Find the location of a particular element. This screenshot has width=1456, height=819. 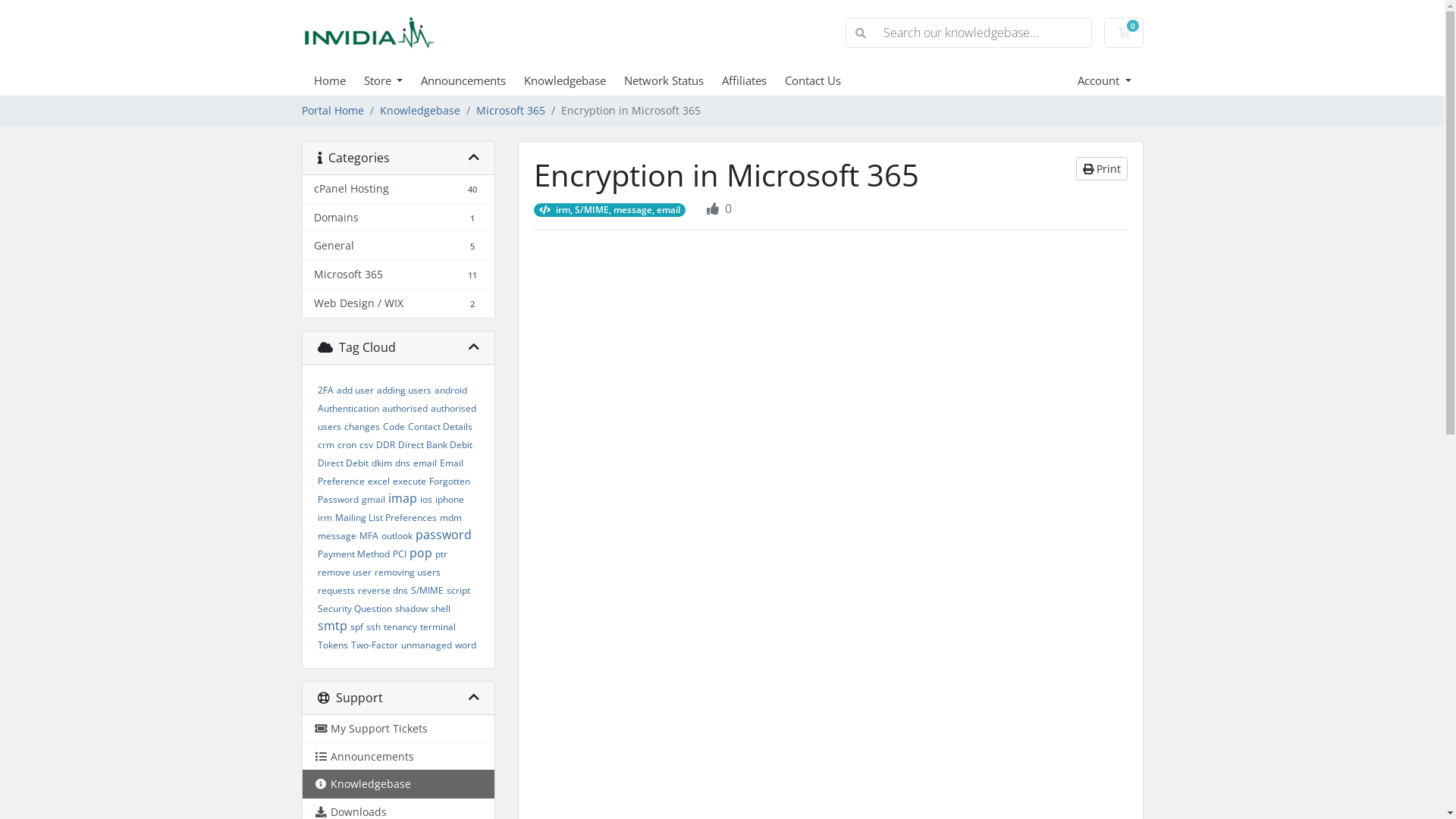

'iphone' is located at coordinates (435, 499).